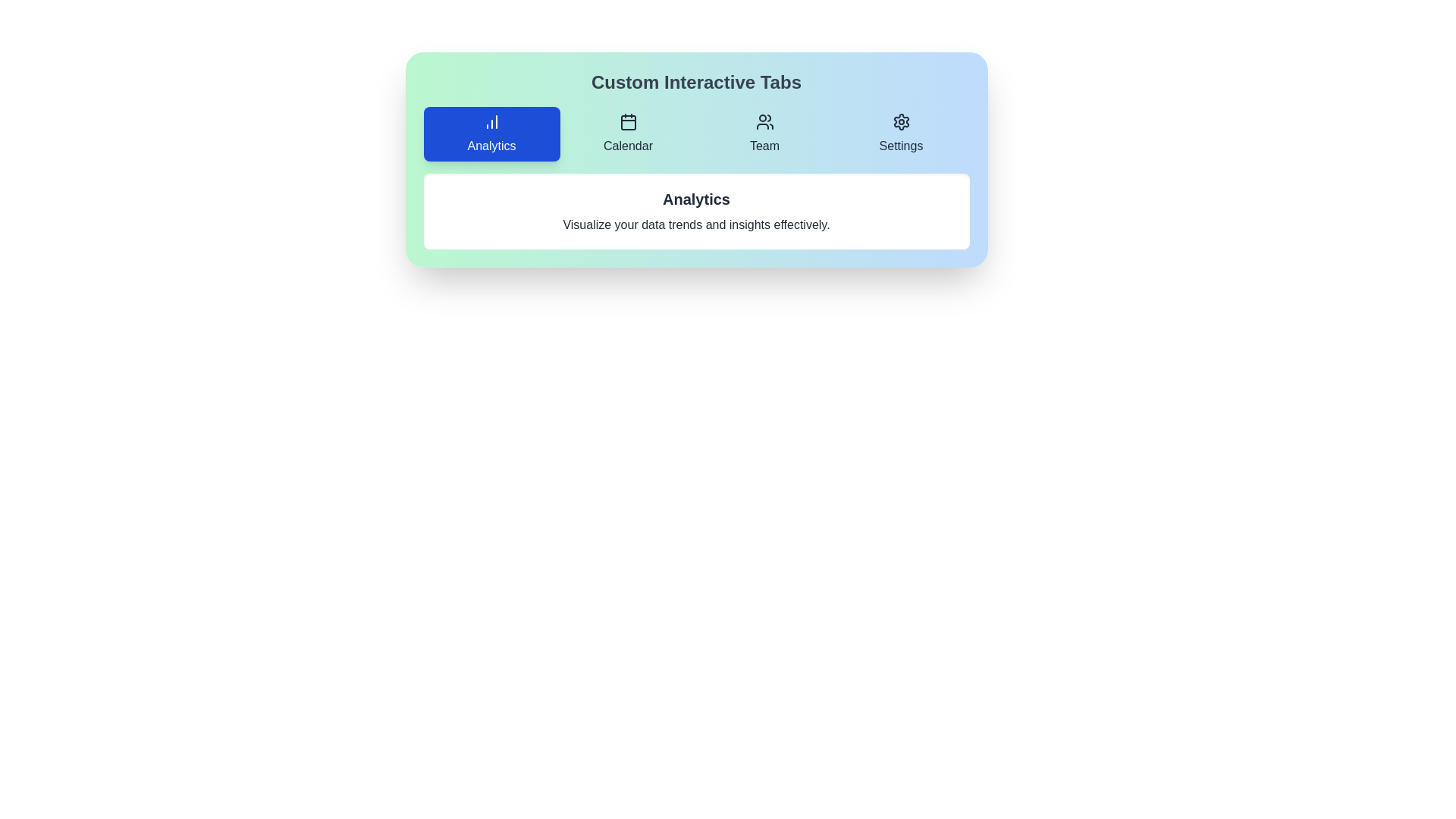 This screenshot has width=1456, height=819. I want to click on the label located, so click(628, 146).